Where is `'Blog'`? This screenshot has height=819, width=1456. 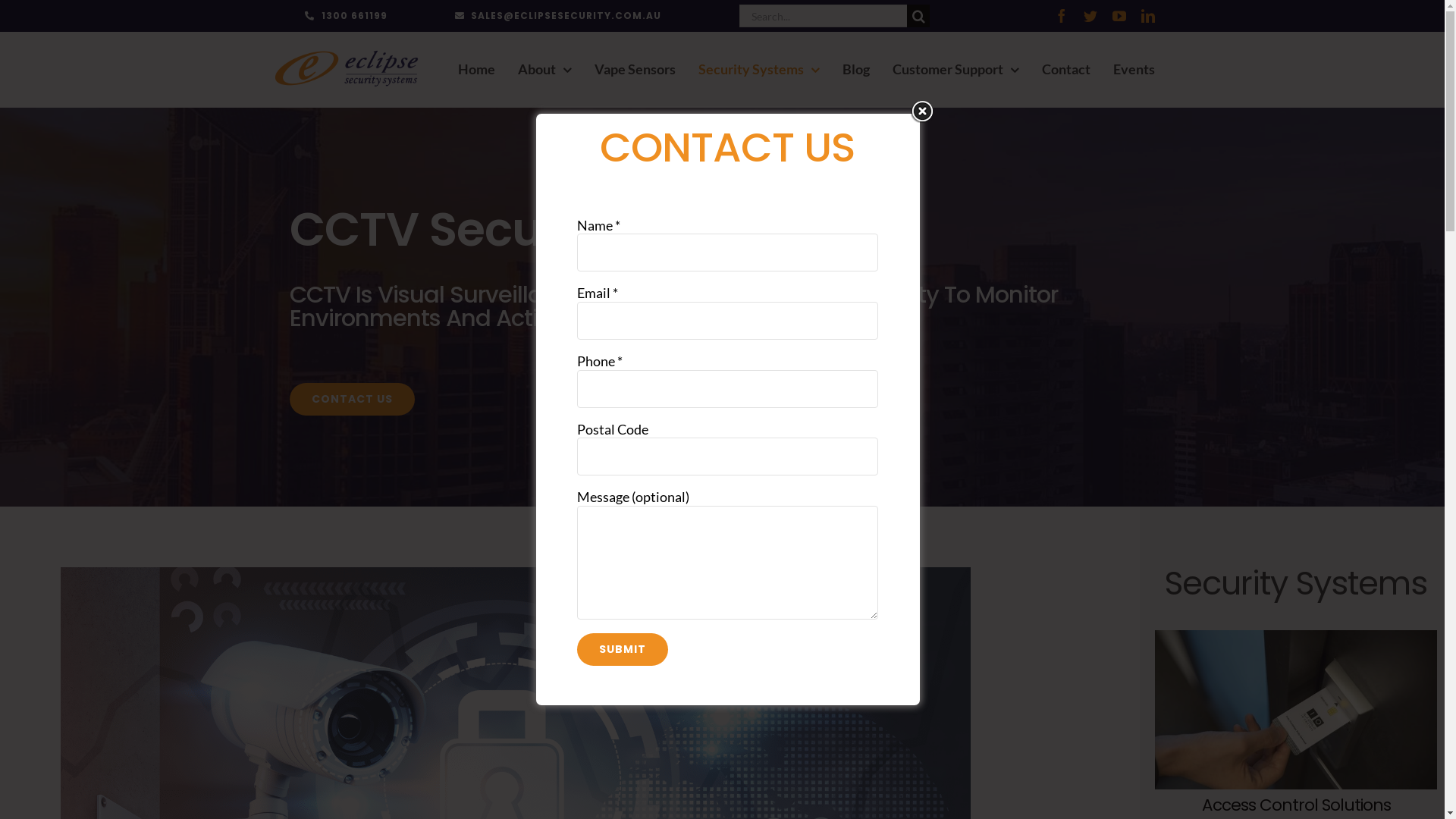
'Blog' is located at coordinates (841, 70).